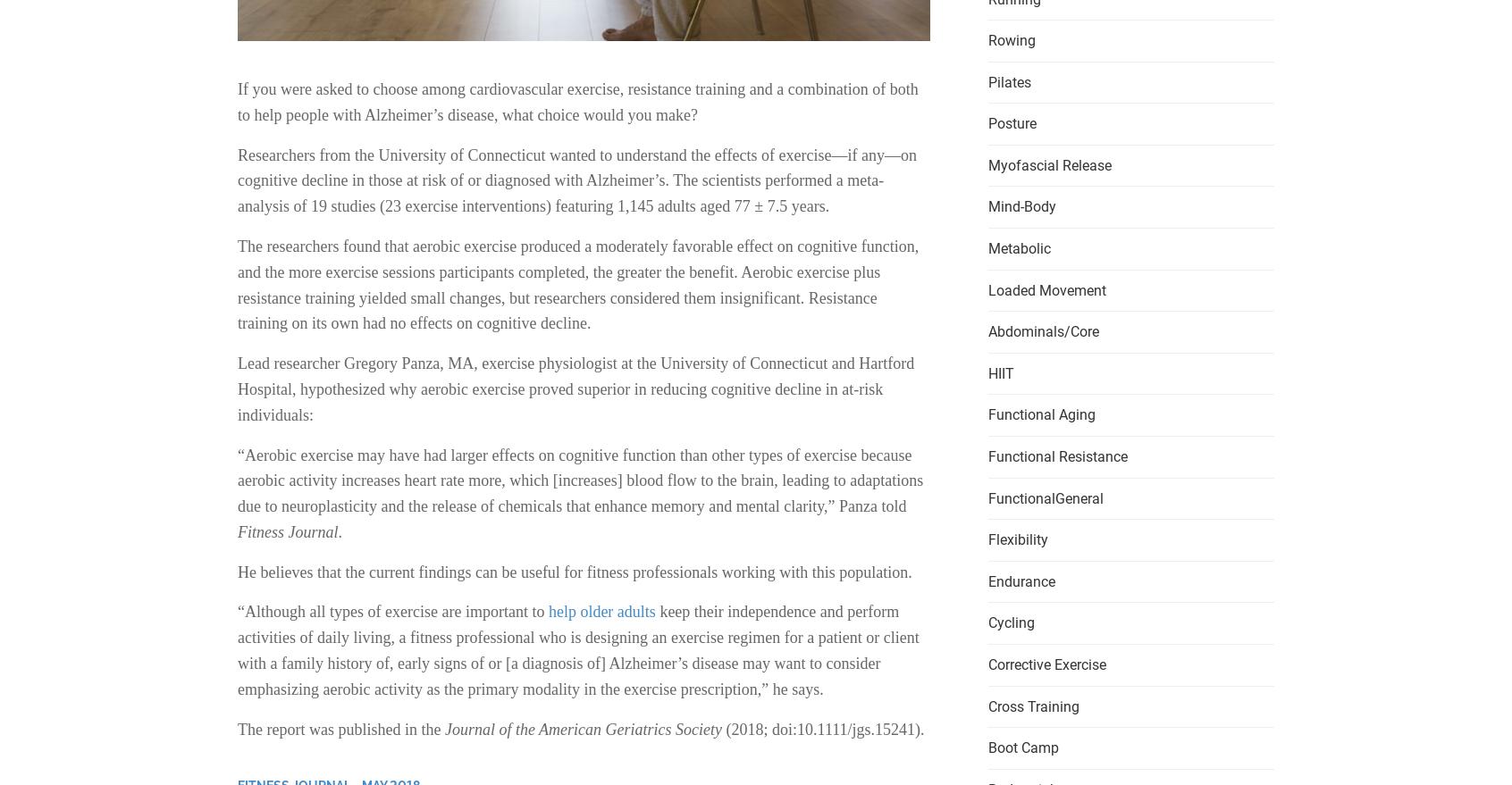  Describe the element at coordinates (1008, 80) in the screenshot. I see `'Pilates'` at that location.